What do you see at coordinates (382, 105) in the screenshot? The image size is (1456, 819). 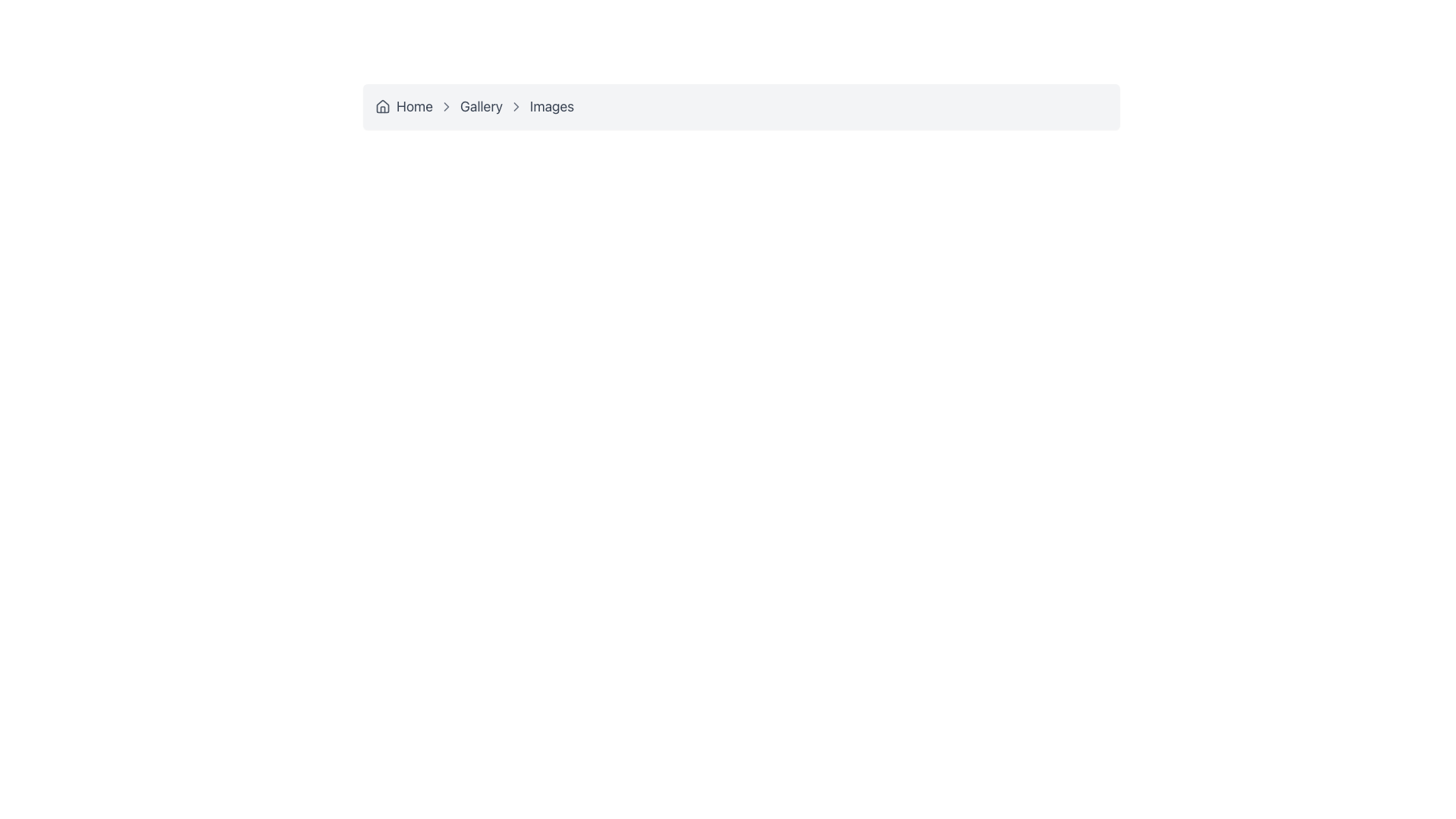 I see `the 'Home' icon within the breadcrumb navigation bar` at bounding box center [382, 105].